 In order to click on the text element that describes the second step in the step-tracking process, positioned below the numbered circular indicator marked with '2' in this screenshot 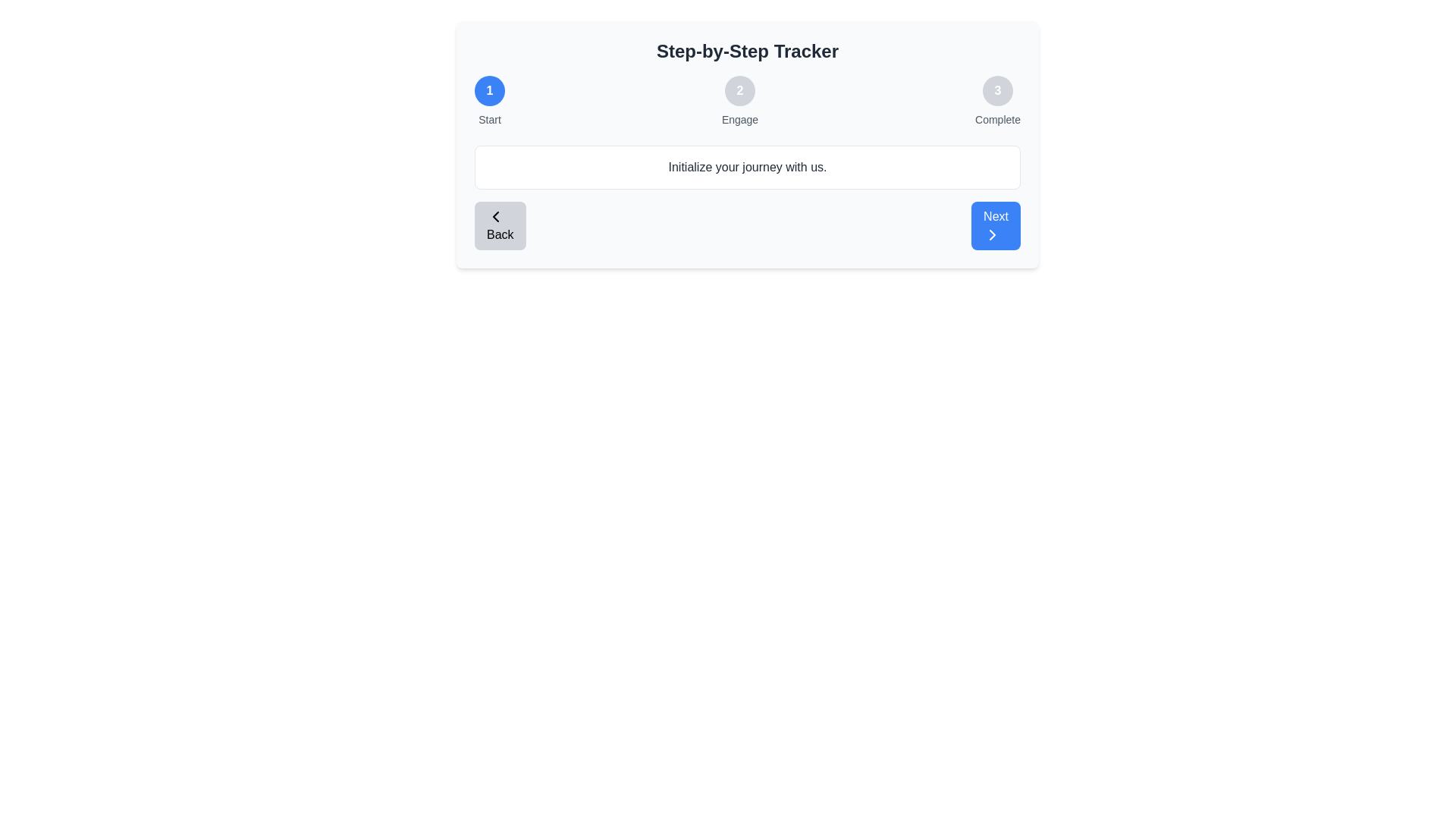, I will do `click(739, 119)`.